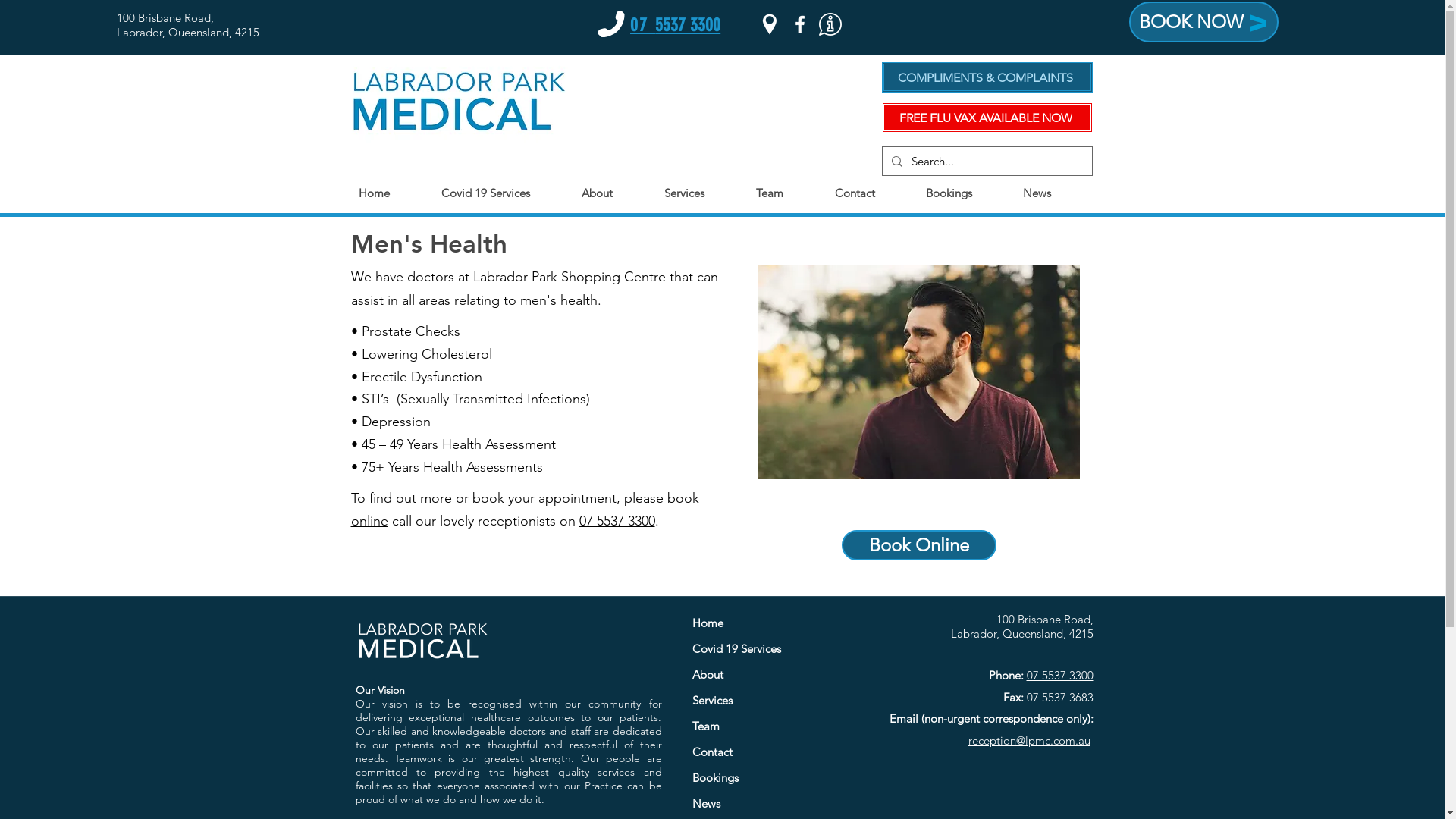 This screenshot has height=819, width=1456. I want to click on '07 5537 3300', so click(1059, 674).